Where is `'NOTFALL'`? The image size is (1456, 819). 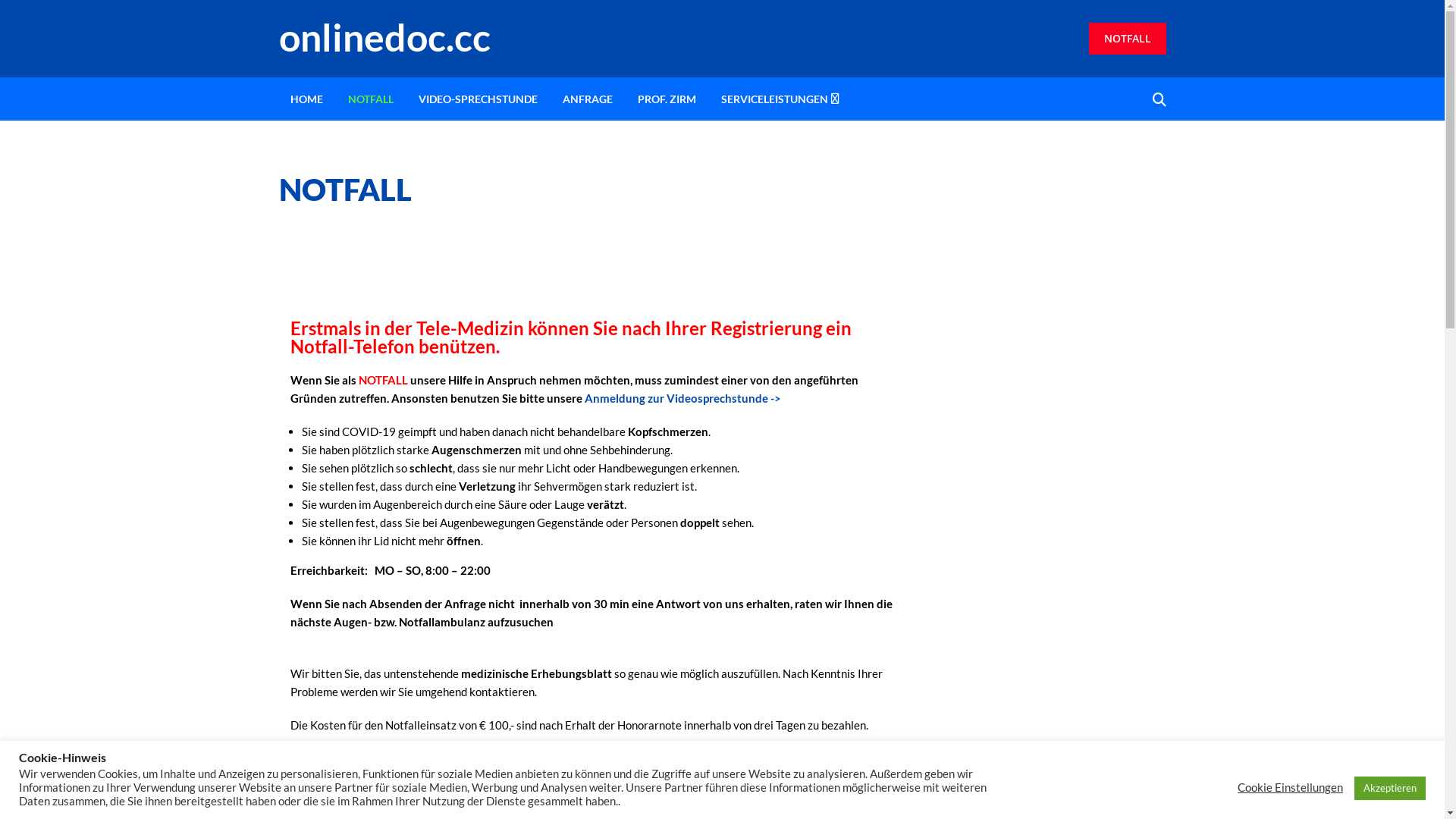 'NOTFALL' is located at coordinates (1128, 37).